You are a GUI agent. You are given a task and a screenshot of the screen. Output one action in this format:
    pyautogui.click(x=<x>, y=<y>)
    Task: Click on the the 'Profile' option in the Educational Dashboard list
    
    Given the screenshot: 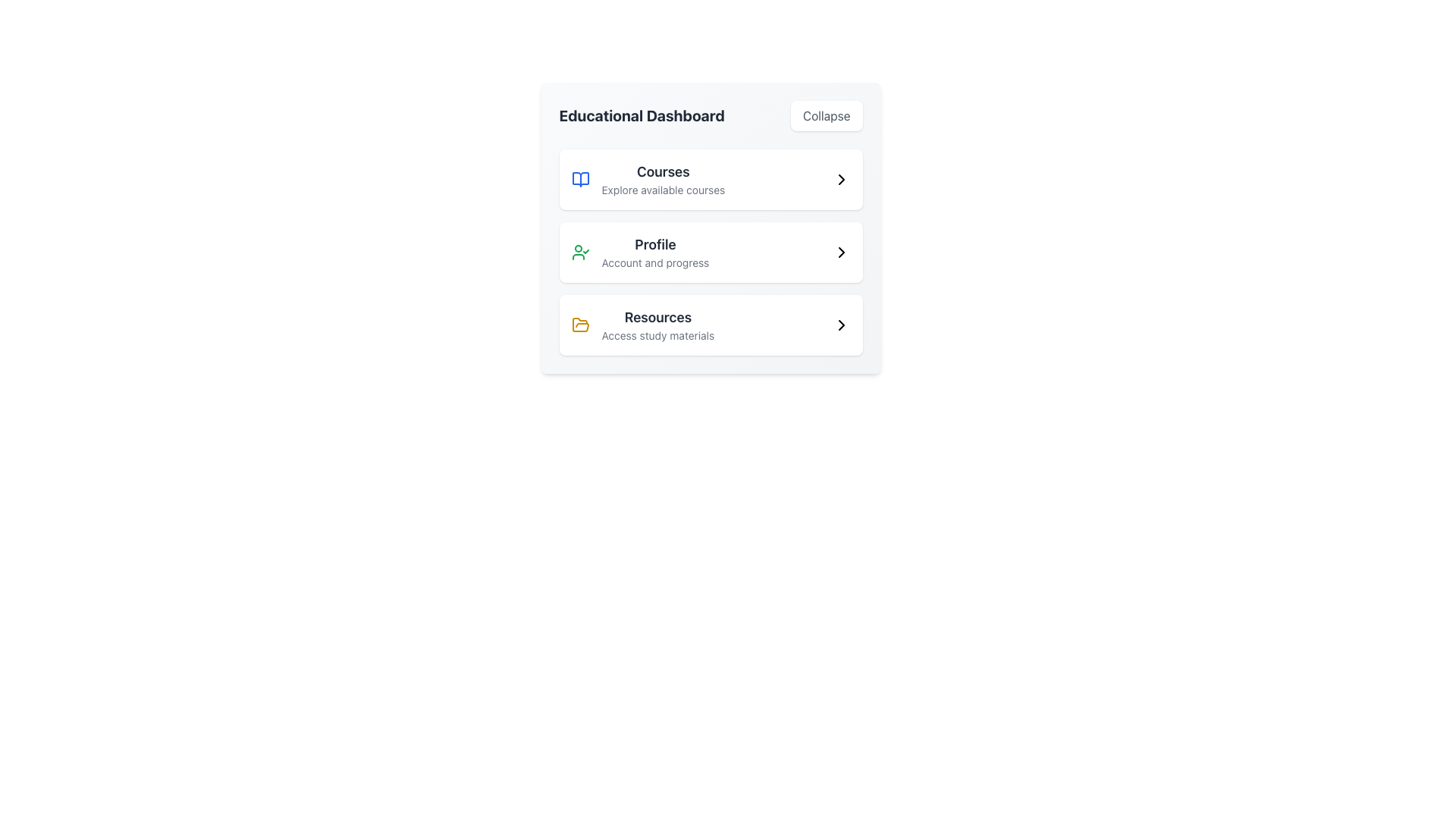 What is the action you would take?
    pyautogui.click(x=710, y=251)
    